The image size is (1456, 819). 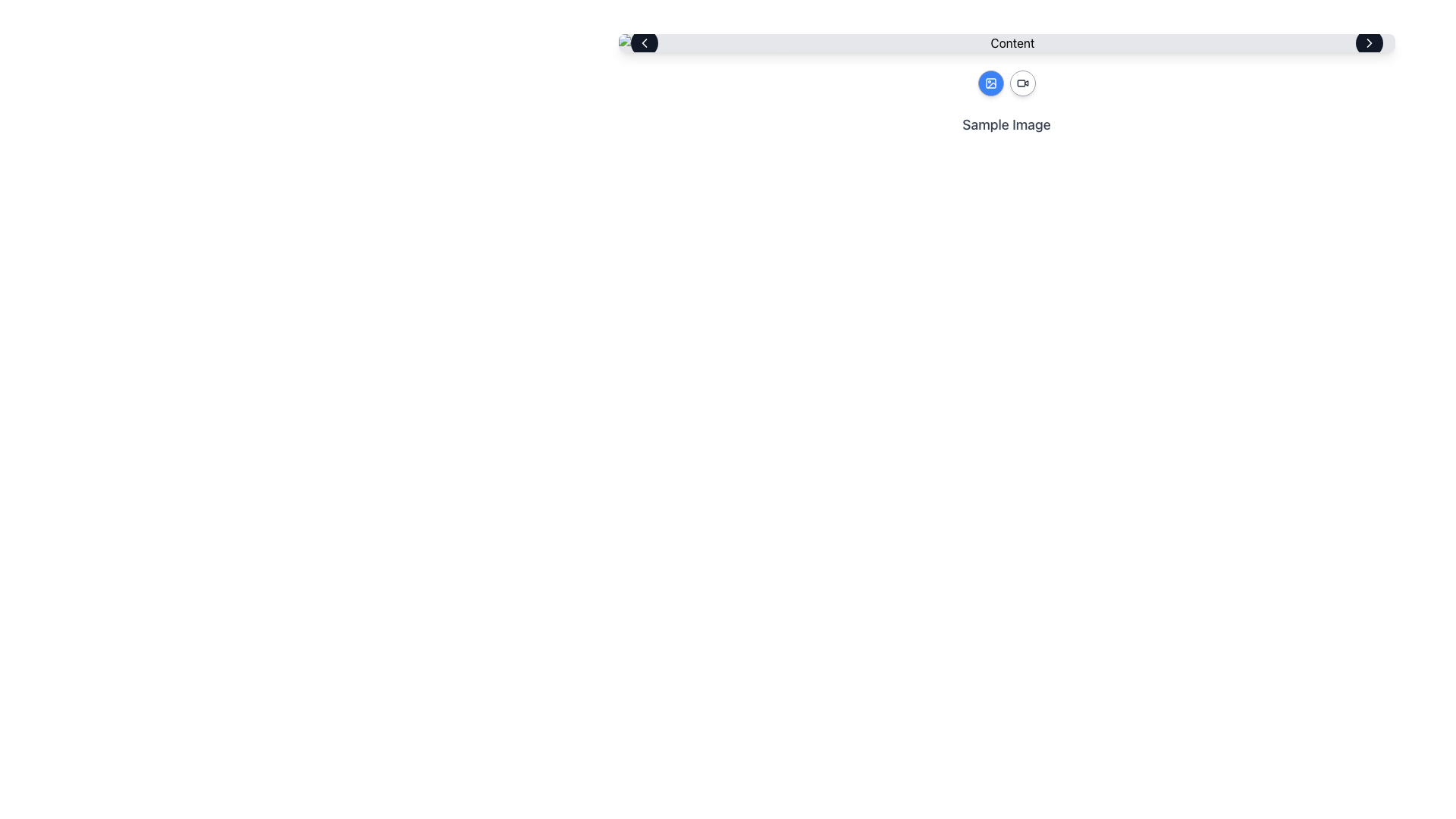 What do you see at coordinates (990, 83) in the screenshot?
I see `the first circular button located near the top-right corner of the interface` at bounding box center [990, 83].